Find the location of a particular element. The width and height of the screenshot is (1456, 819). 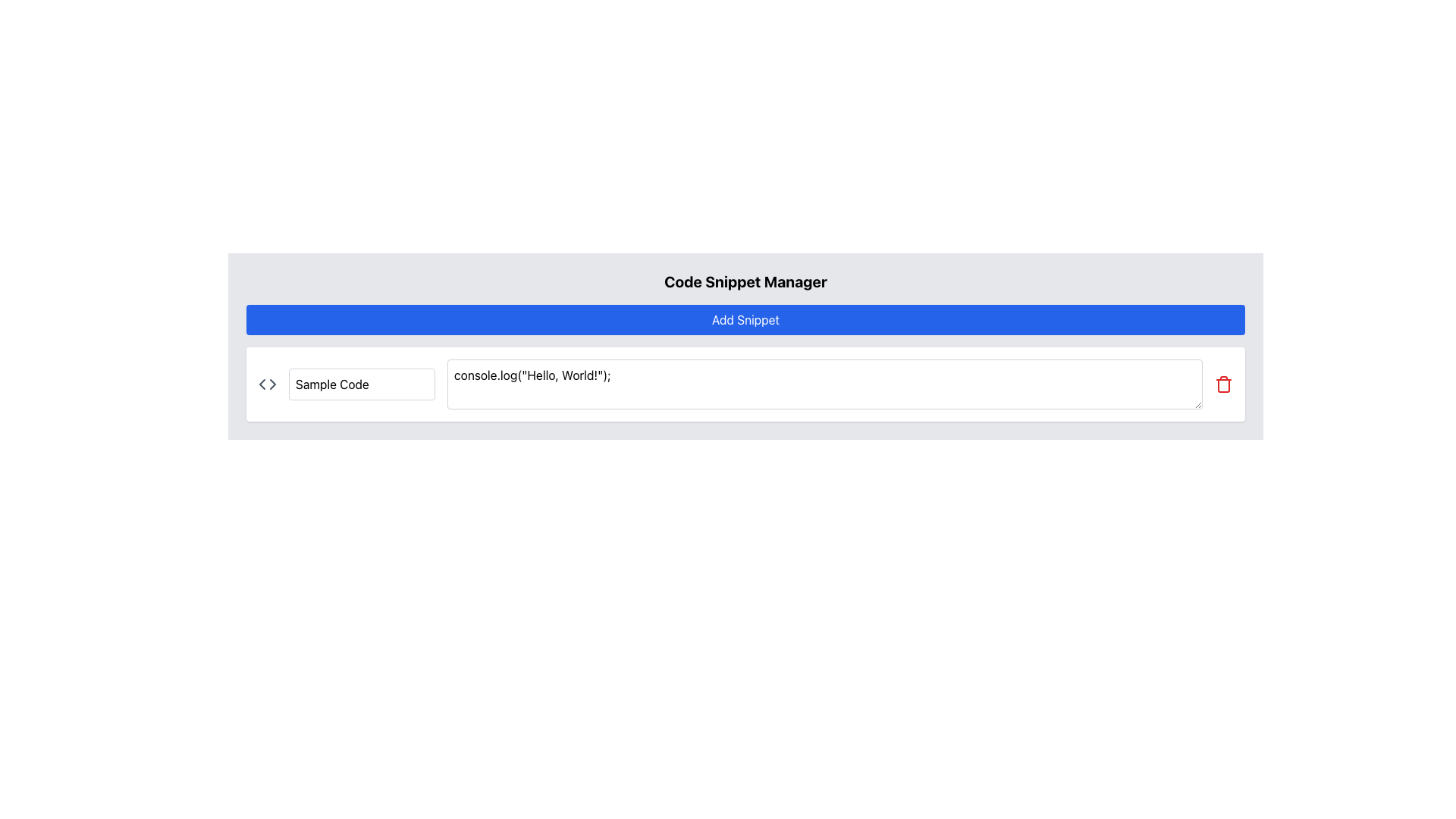

the small gray code bracket icon '<>' located to the left of the 'Sample Code' text field in the panel is located at coordinates (268, 383).